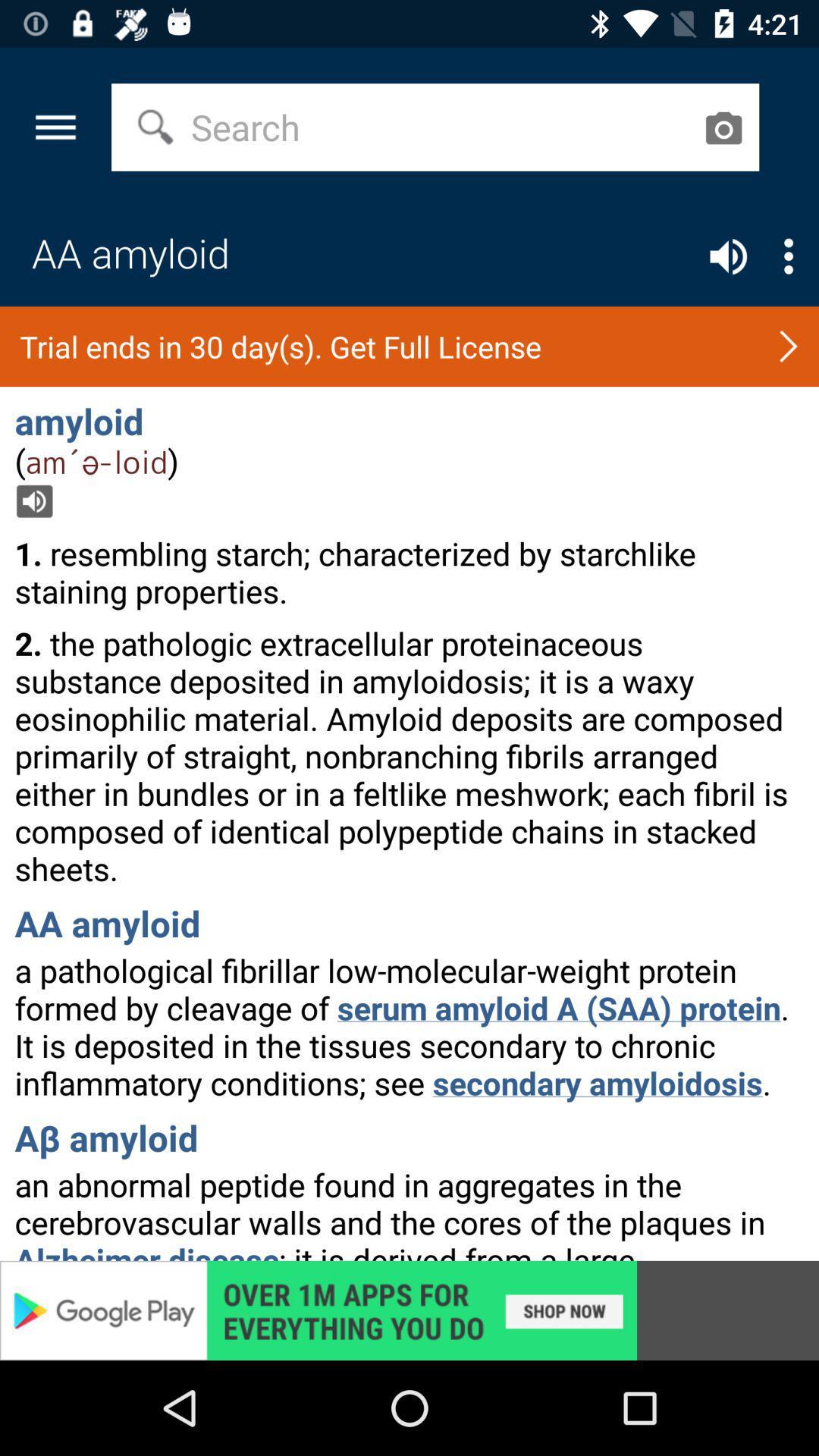 The image size is (819, 1456). What do you see at coordinates (722, 127) in the screenshot?
I see `search box` at bounding box center [722, 127].